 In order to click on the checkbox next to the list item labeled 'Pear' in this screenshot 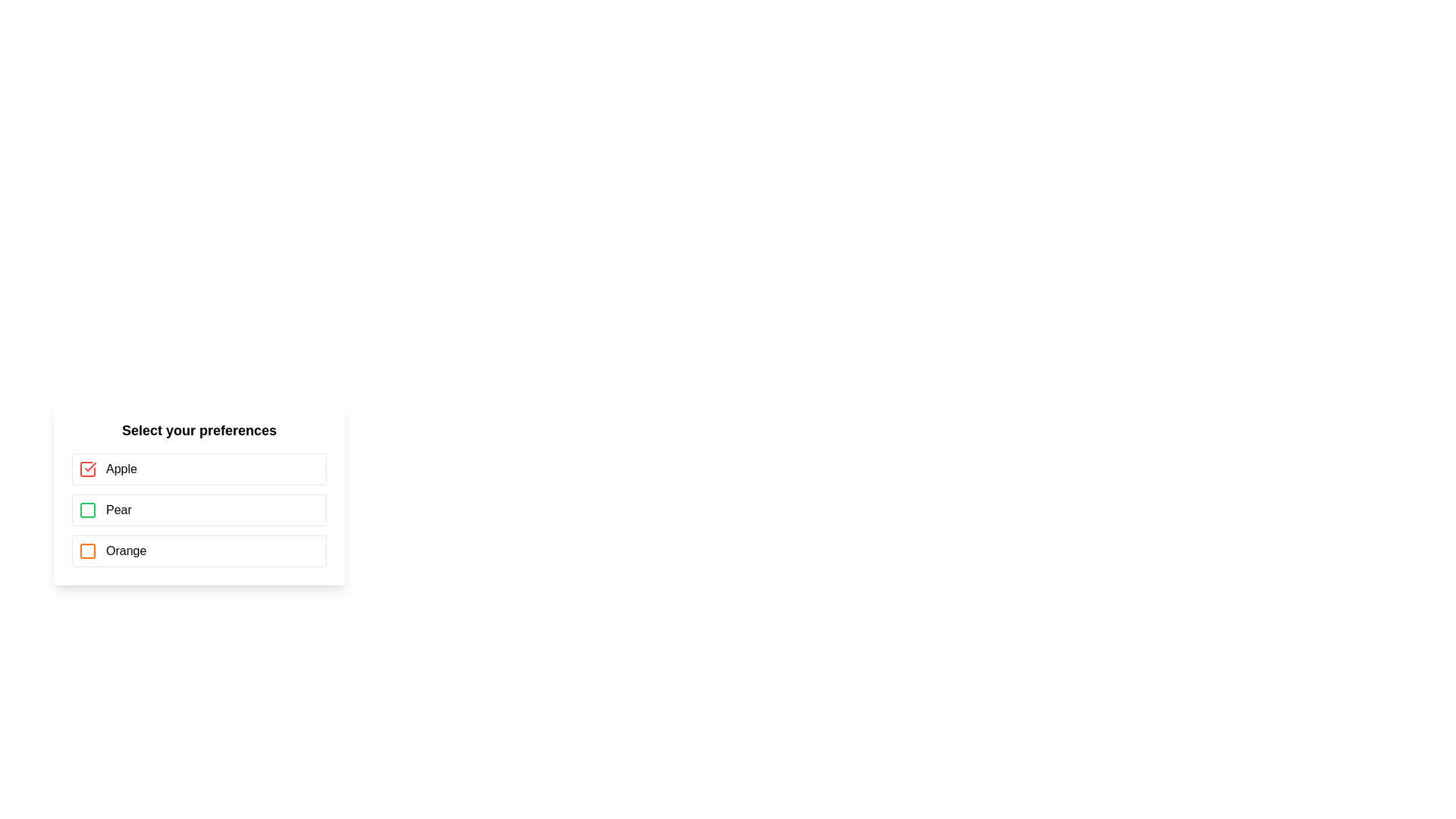, I will do `click(199, 510)`.